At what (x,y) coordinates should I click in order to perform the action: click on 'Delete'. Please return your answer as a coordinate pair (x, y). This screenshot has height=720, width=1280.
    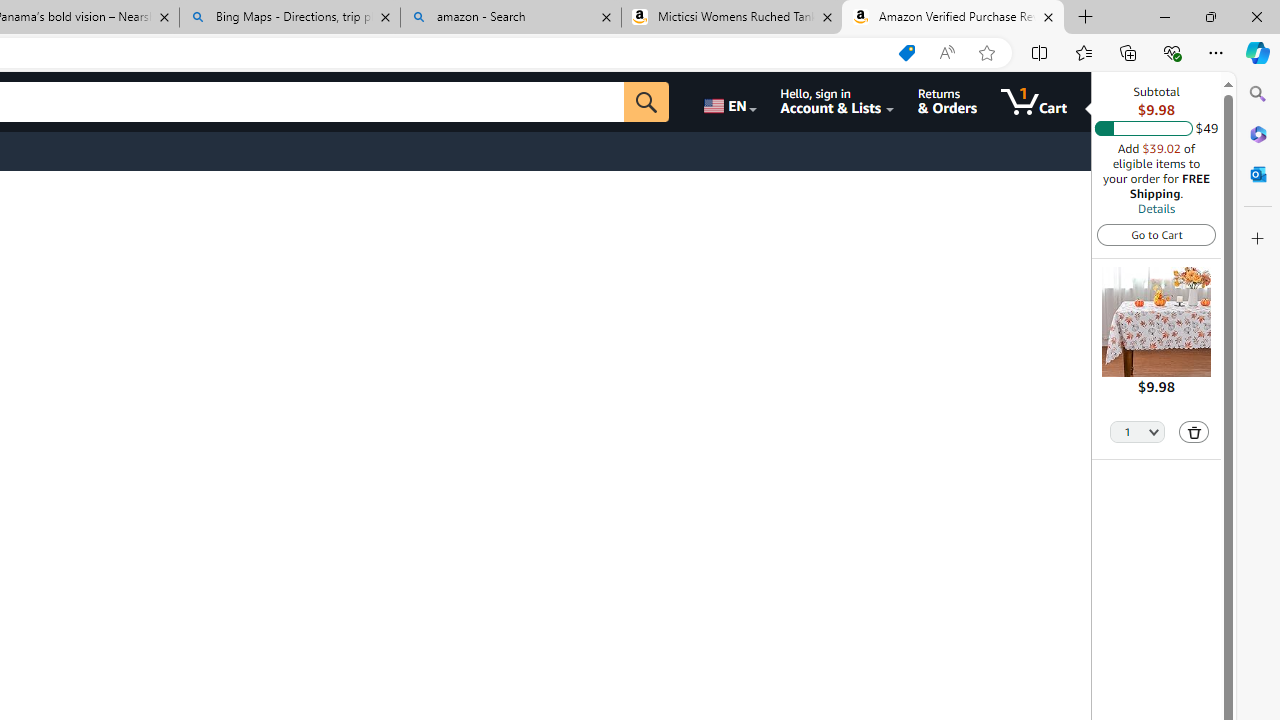
    Looking at the image, I should click on (1194, 431).